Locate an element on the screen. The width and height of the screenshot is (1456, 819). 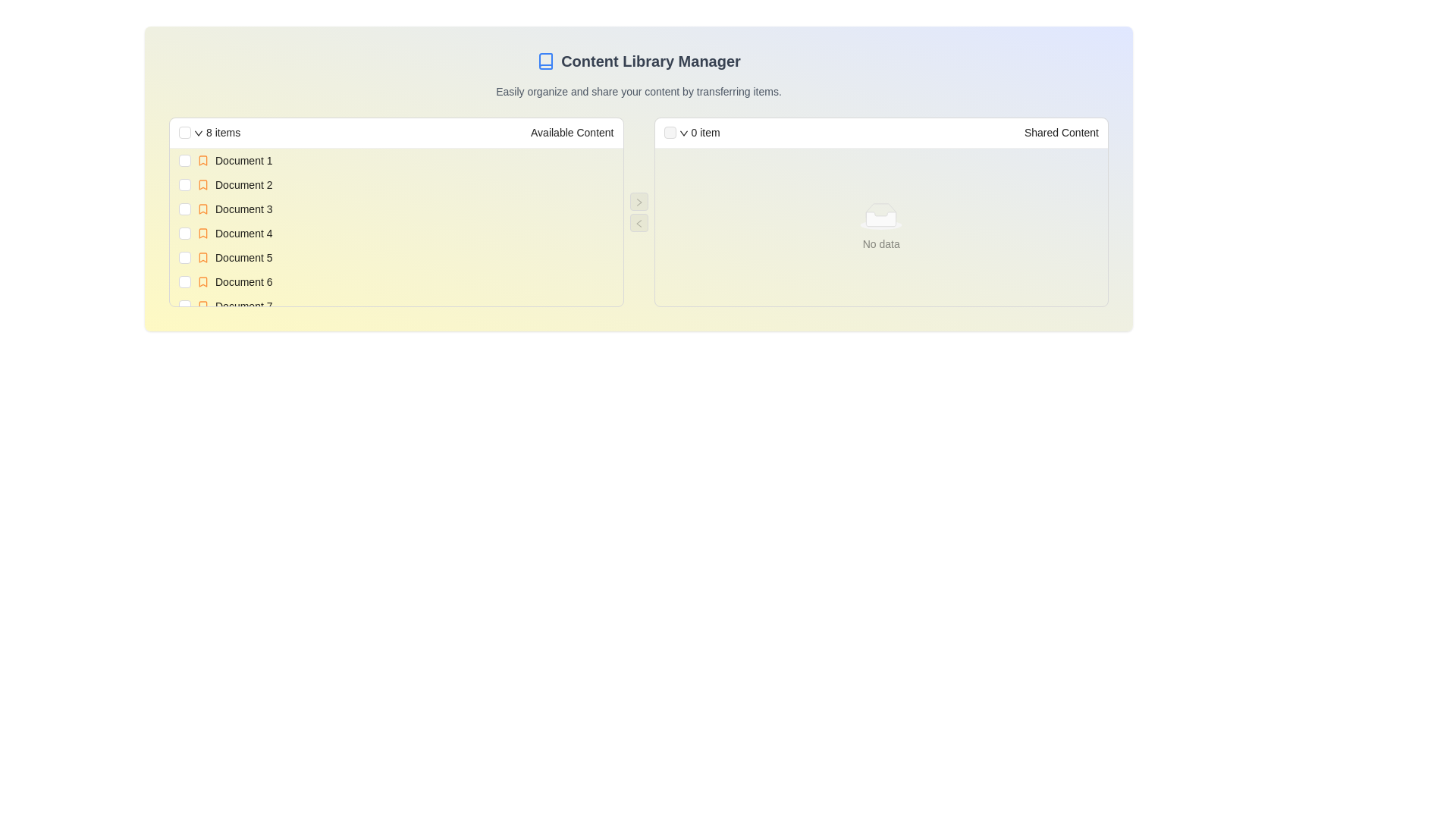
the 'Document 4' text item with the orange bookmark icon from its position in the 'Available Content' section is located at coordinates (405, 234).